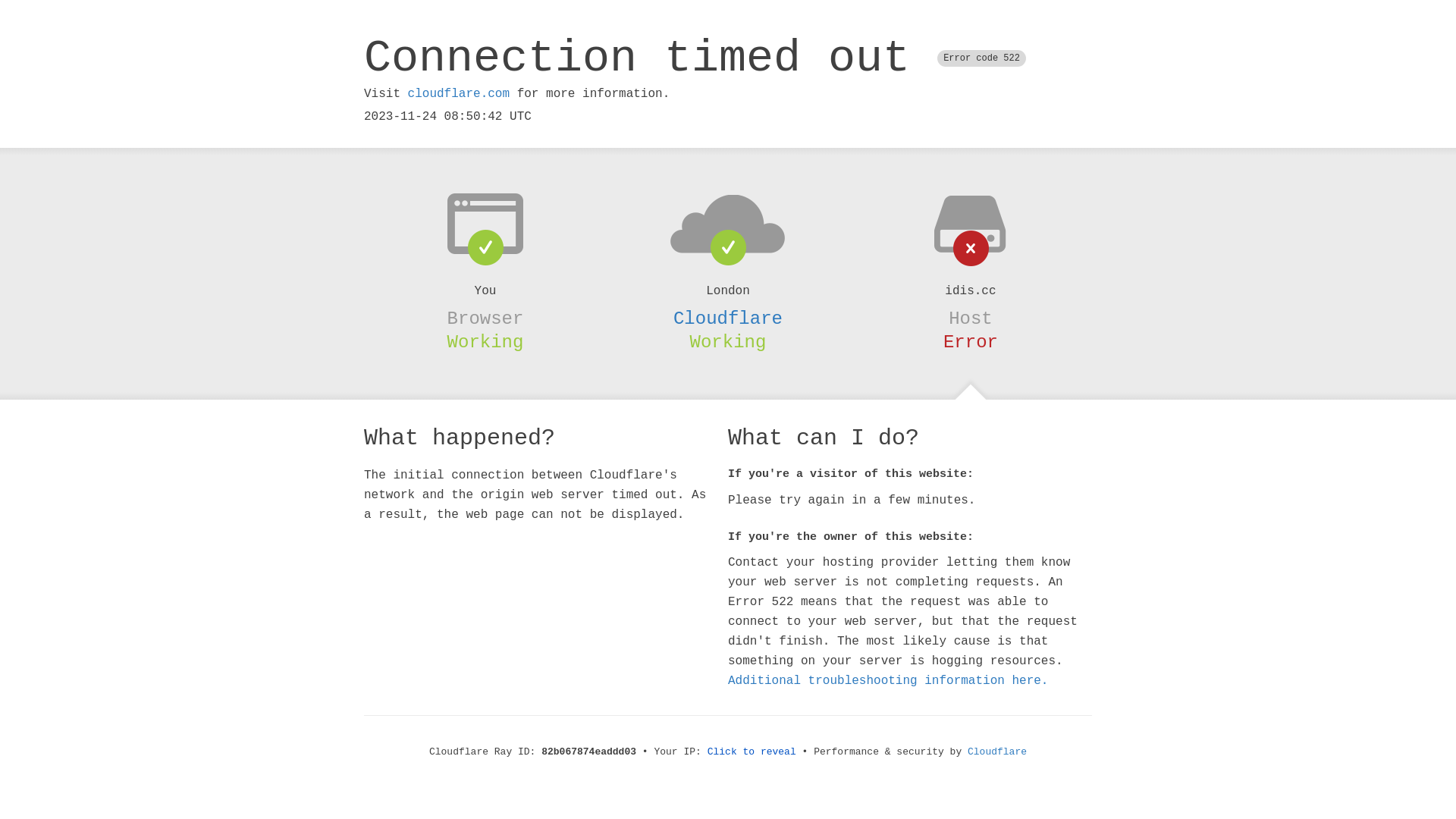  I want to click on 'Cloudflare', so click(728, 318).